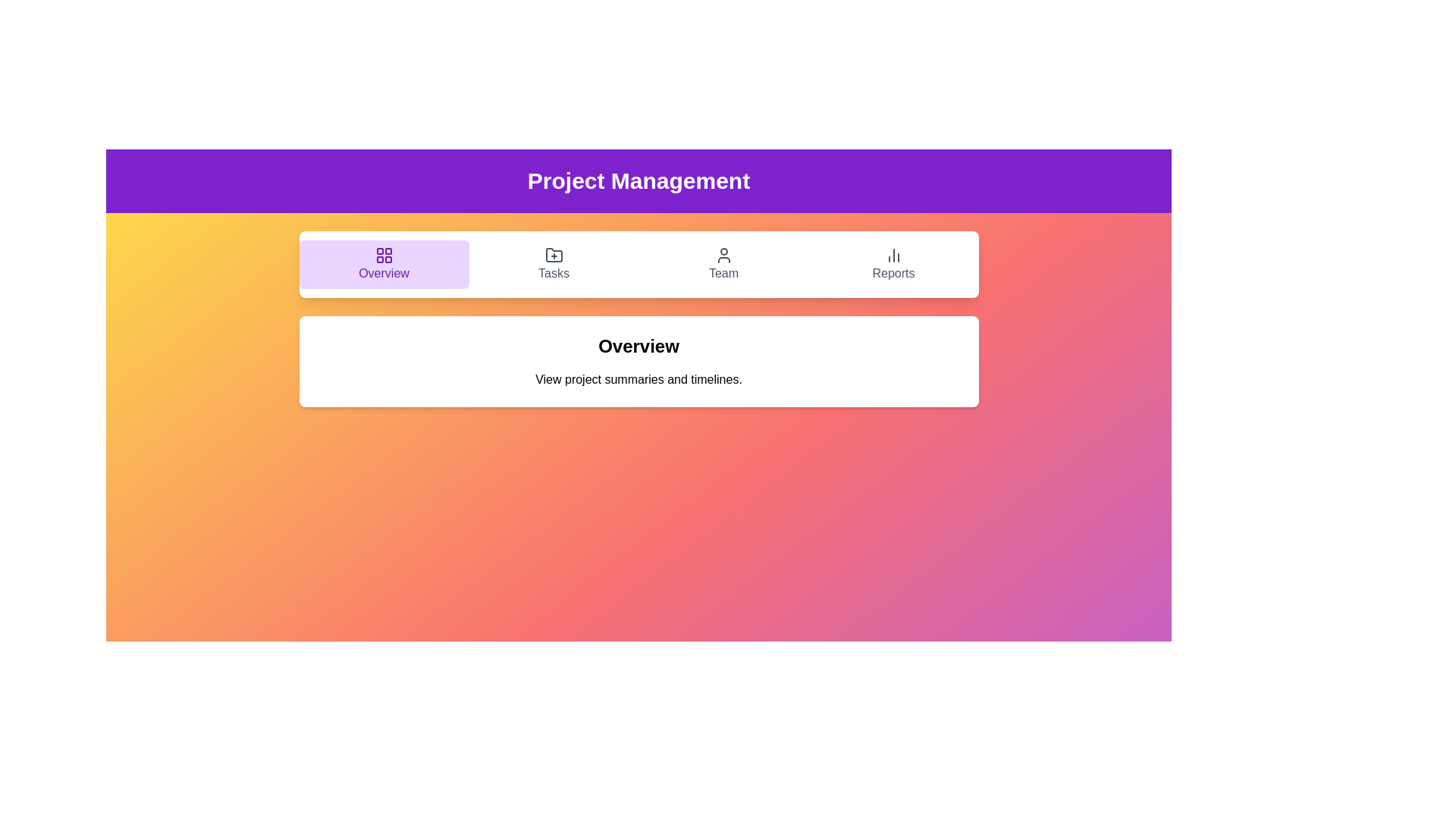 Image resolution: width=1456 pixels, height=819 pixels. I want to click on the tab labeled Tasks to navigate to the corresponding section, so click(553, 263).